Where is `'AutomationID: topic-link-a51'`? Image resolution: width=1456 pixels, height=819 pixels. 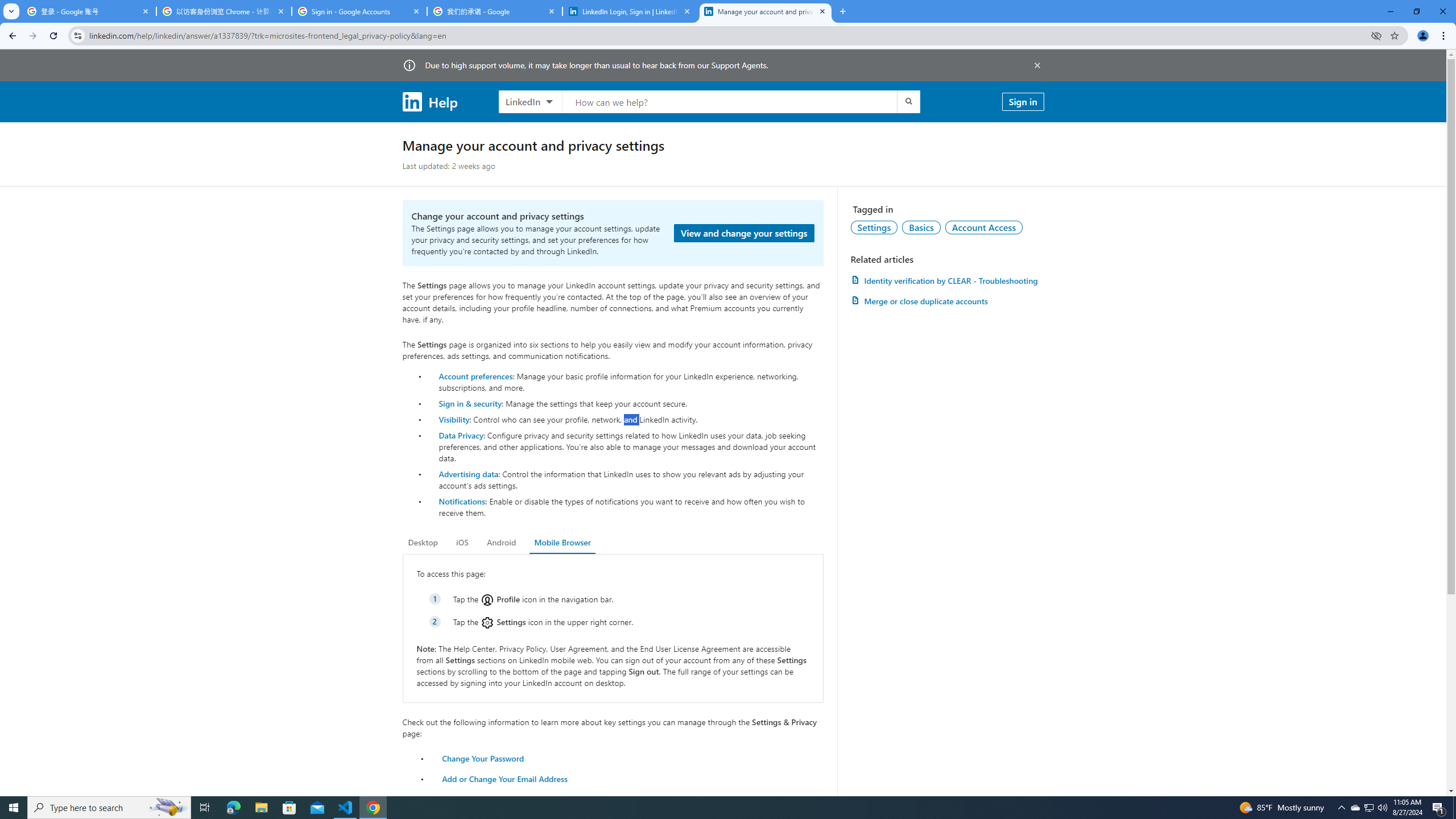 'AutomationID: topic-link-a51' is located at coordinates (921, 226).